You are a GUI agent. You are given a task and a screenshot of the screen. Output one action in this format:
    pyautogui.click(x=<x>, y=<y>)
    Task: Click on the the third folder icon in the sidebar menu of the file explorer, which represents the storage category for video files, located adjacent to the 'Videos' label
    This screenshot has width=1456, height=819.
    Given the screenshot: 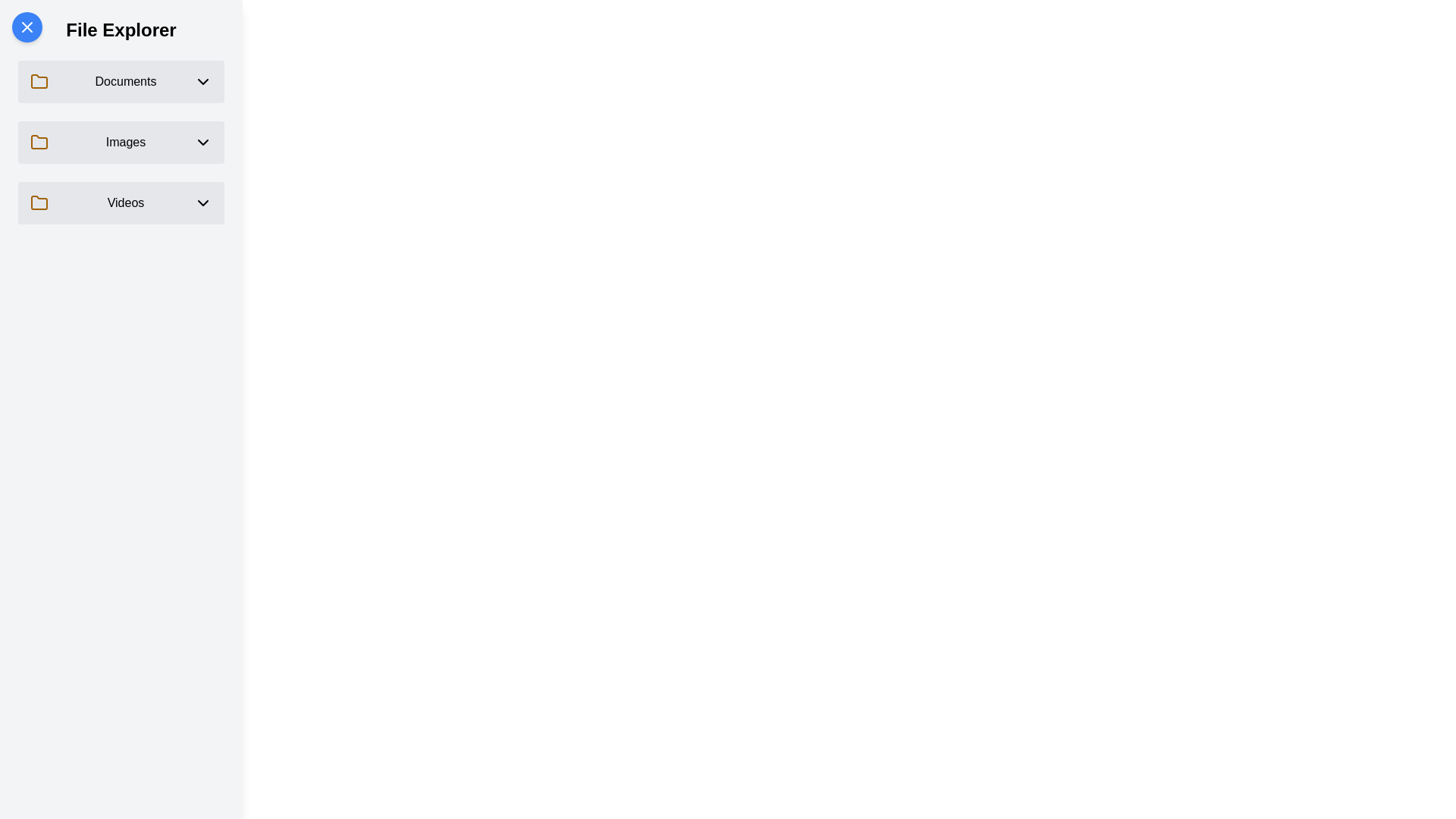 What is the action you would take?
    pyautogui.click(x=39, y=202)
    